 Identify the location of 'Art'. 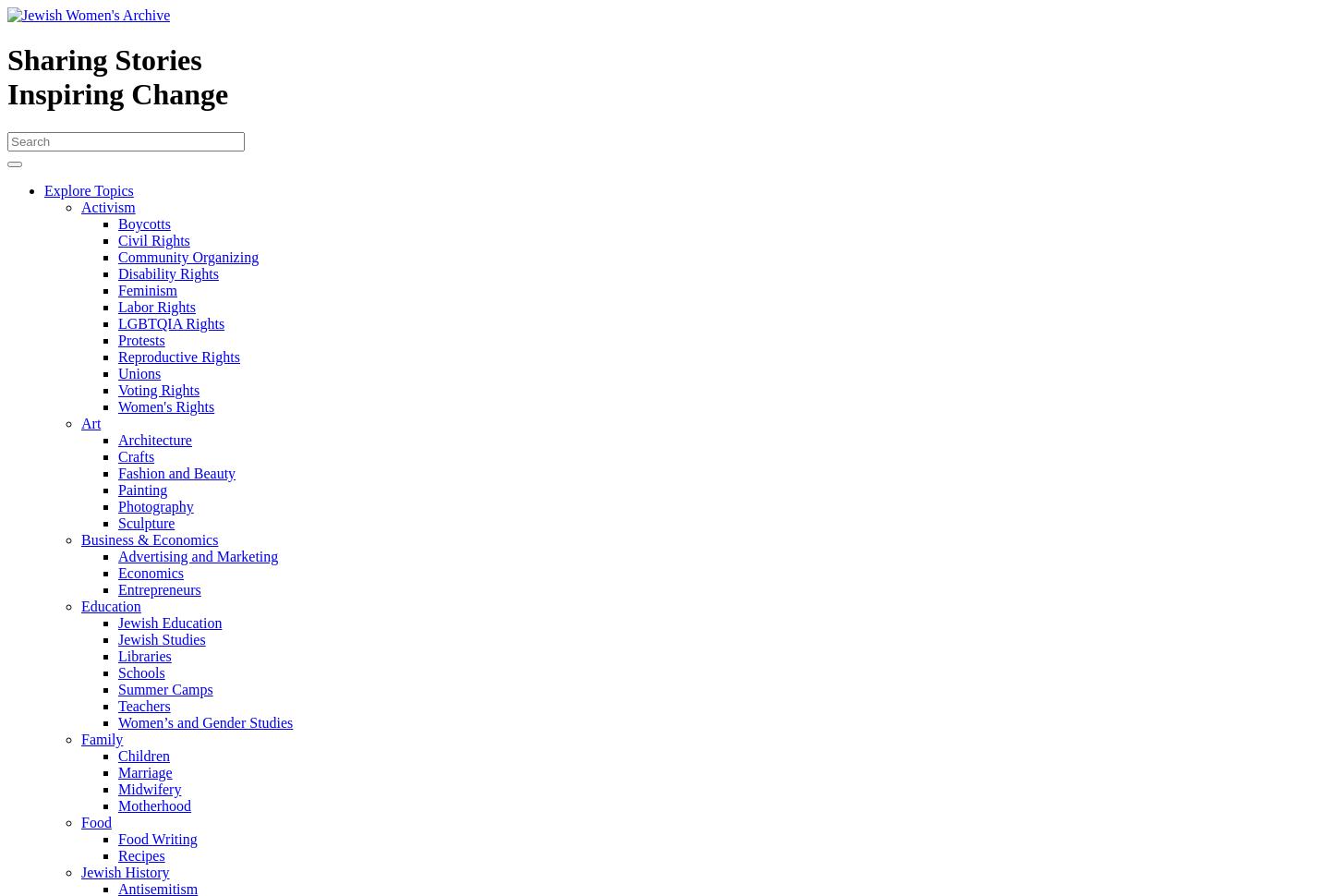
(91, 421).